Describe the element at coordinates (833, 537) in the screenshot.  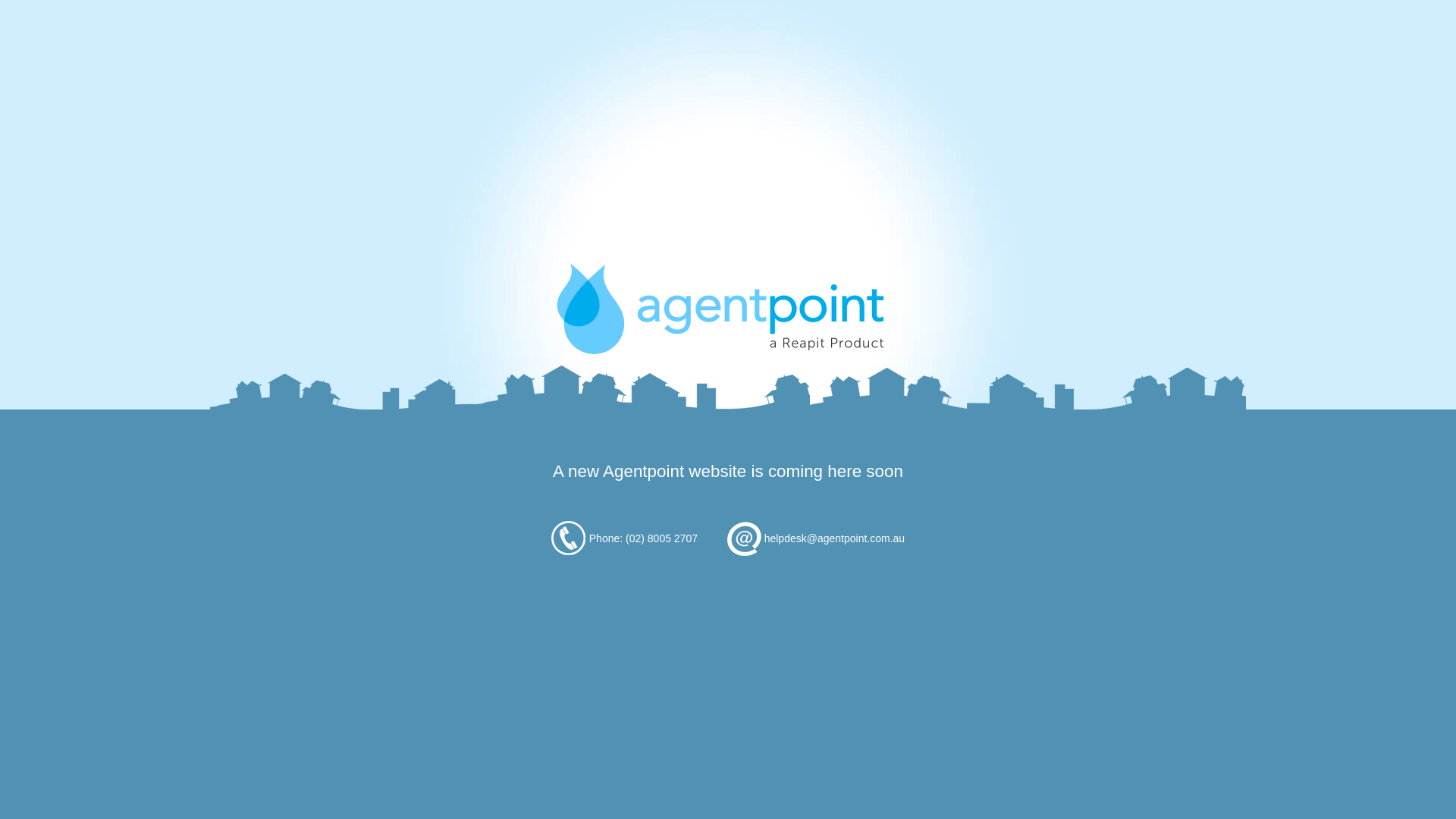
I see `'helpdesk@agentpoint.com.au'` at that location.